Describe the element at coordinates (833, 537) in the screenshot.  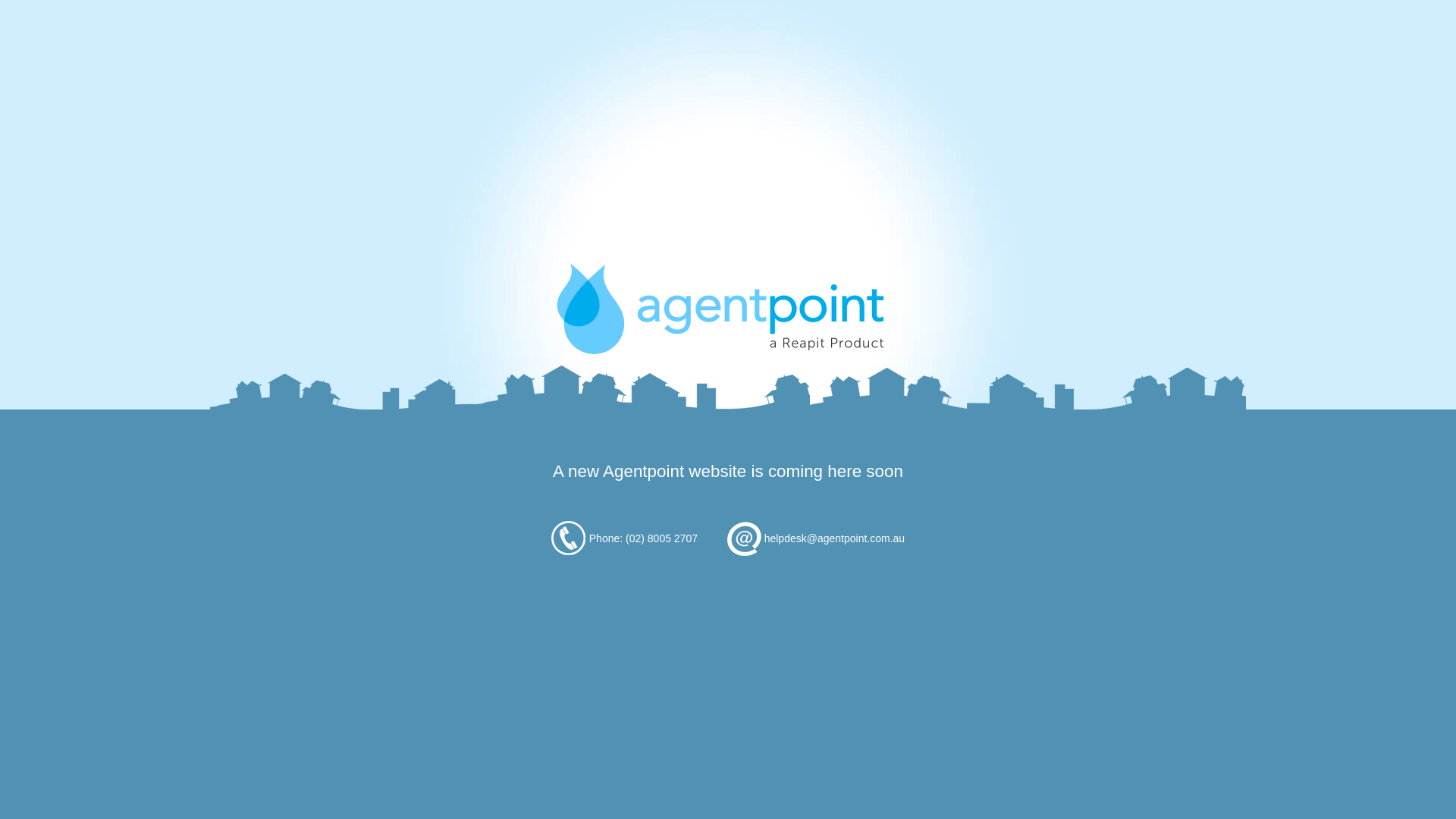
I see `'helpdesk@agentpoint.com.au'` at that location.